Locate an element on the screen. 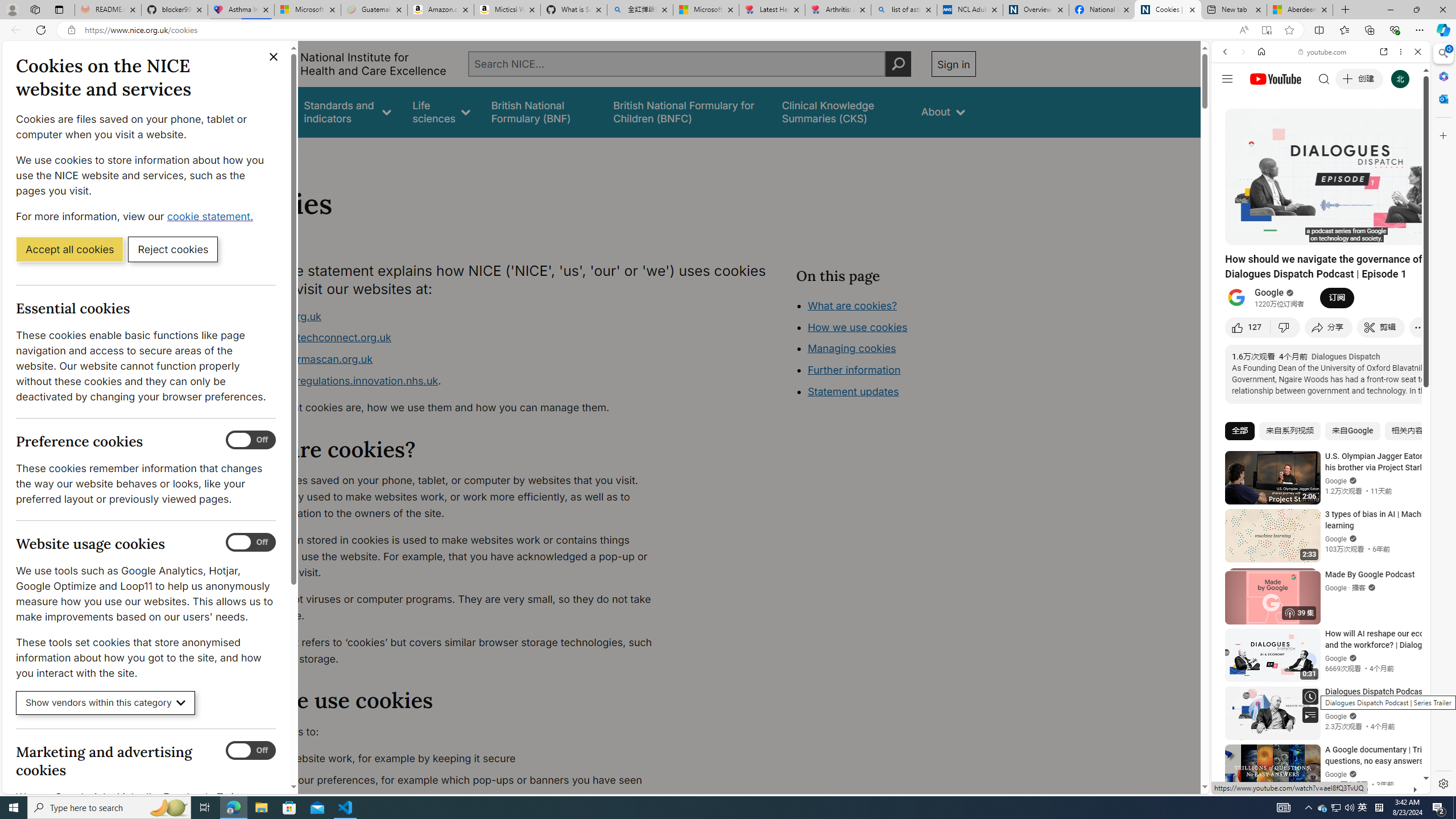  'British National Formulary for Children (BNFC)' is located at coordinates (686, 111).